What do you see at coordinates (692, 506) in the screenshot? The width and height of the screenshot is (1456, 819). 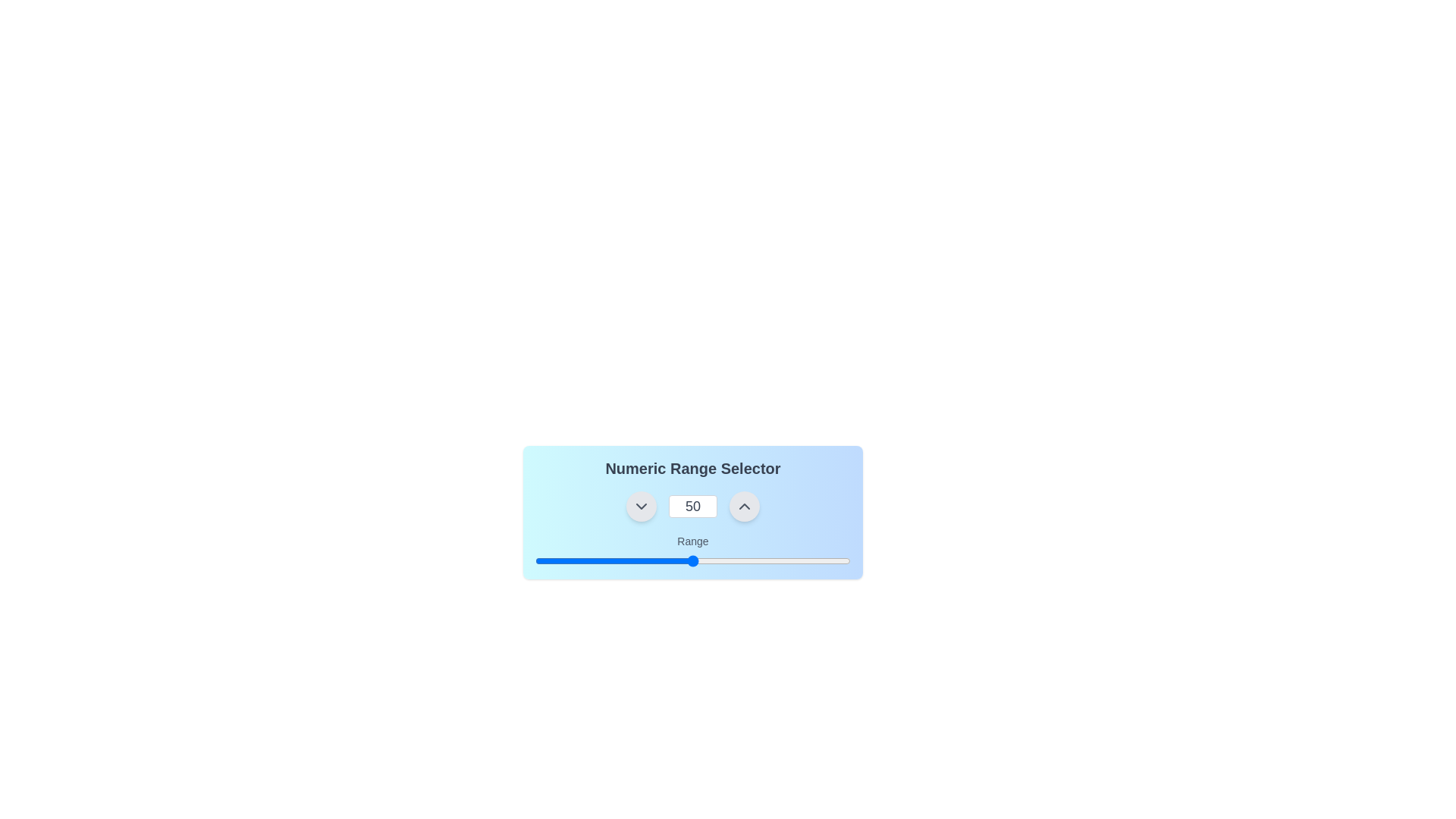 I see `the text input box with a white background, gray border, and rounded corners that displays the value '50' in bold, positioned centrally between two circular buttons for increment and decrement` at bounding box center [692, 506].